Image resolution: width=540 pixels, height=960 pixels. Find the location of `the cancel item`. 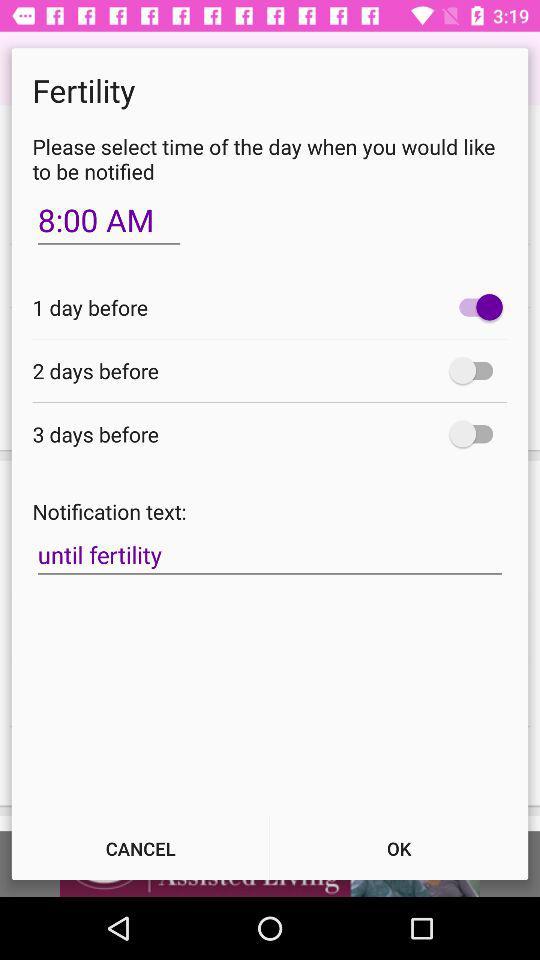

the cancel item is located at coordinates (139, 847).